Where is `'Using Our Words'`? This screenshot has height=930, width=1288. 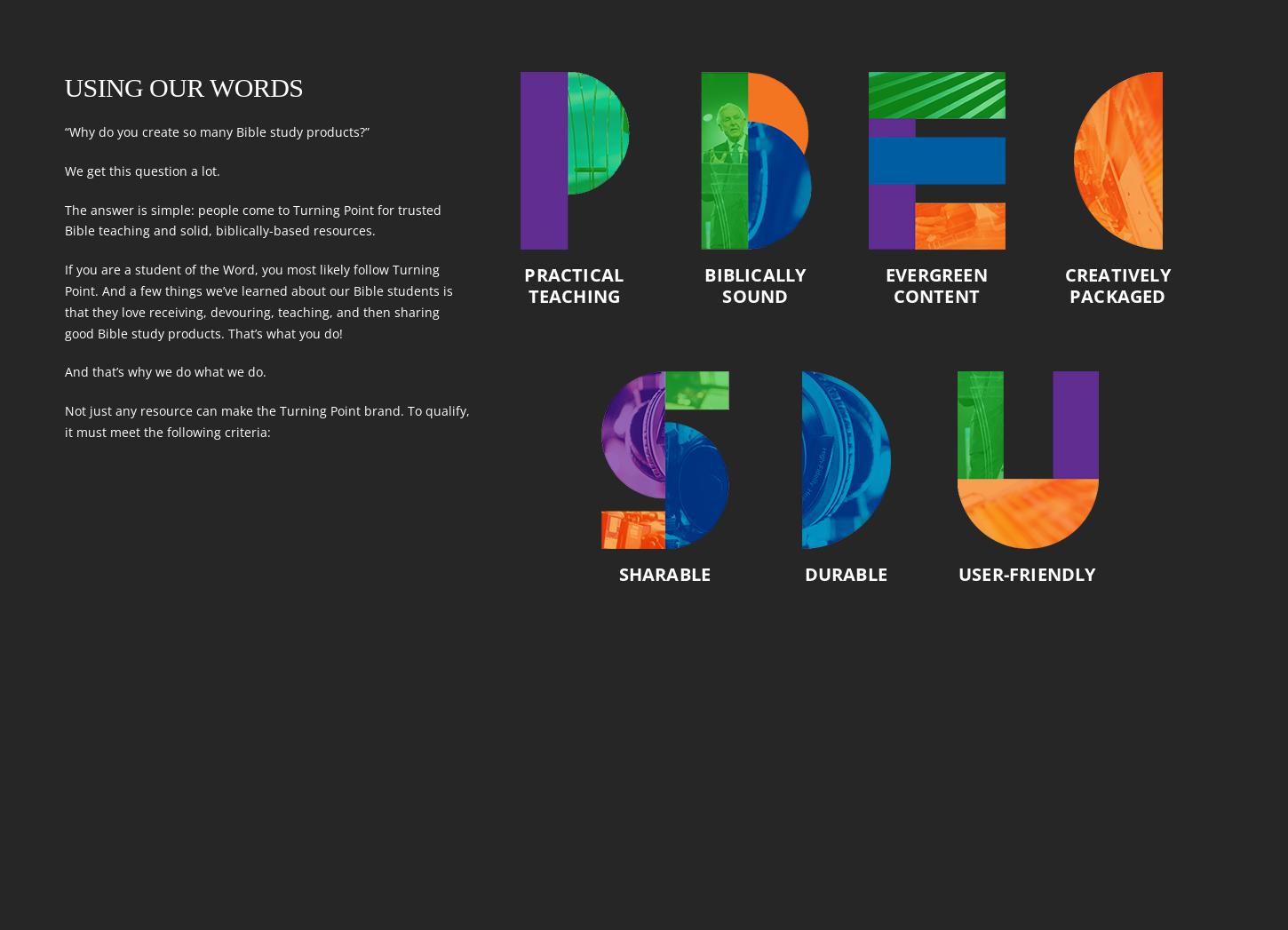
'Using Our Words' is located at coordinates (182, 86).